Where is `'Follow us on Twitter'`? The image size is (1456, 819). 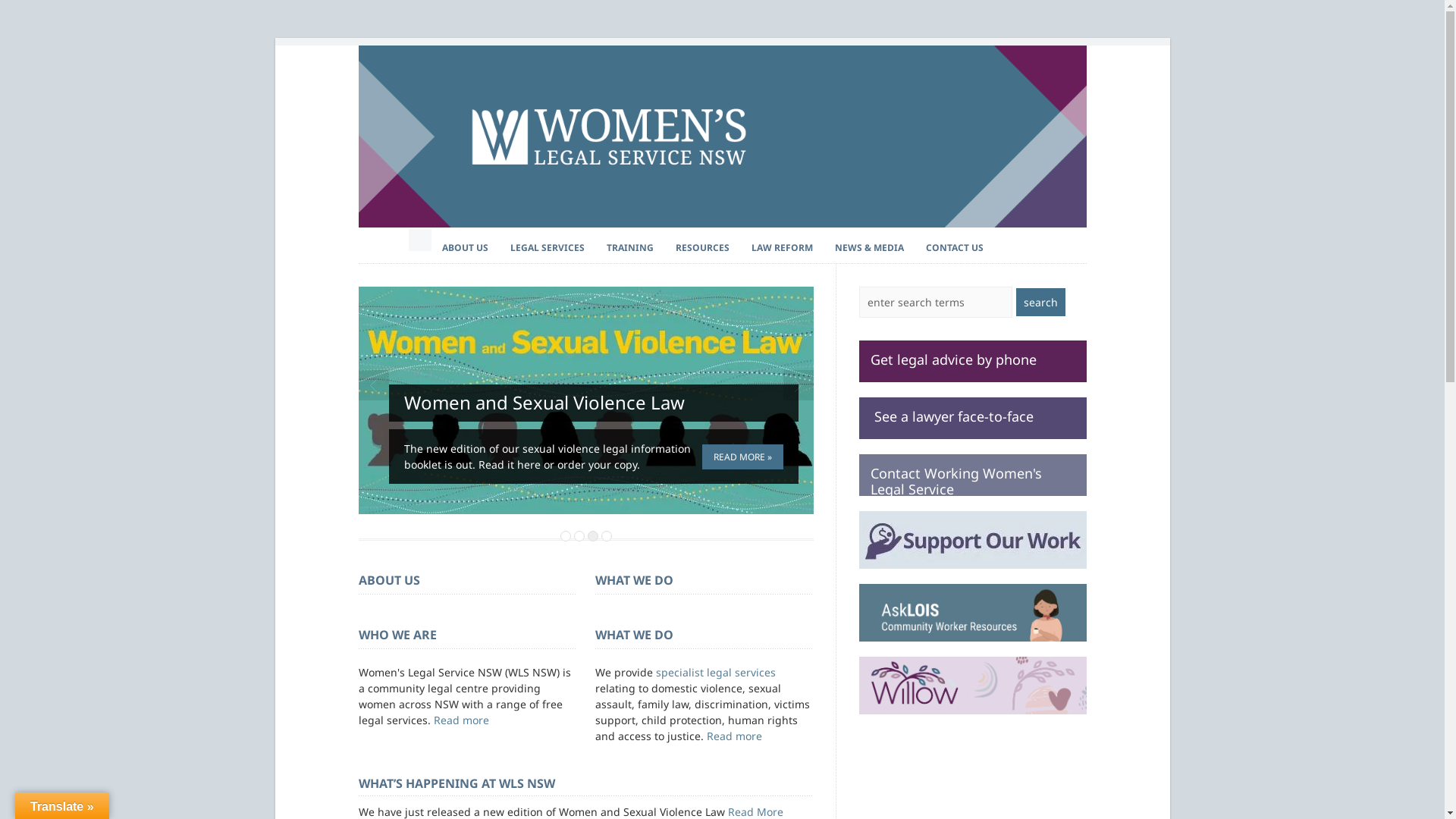
'Follow us on Twitter' is located at coordinates (1005, 239).